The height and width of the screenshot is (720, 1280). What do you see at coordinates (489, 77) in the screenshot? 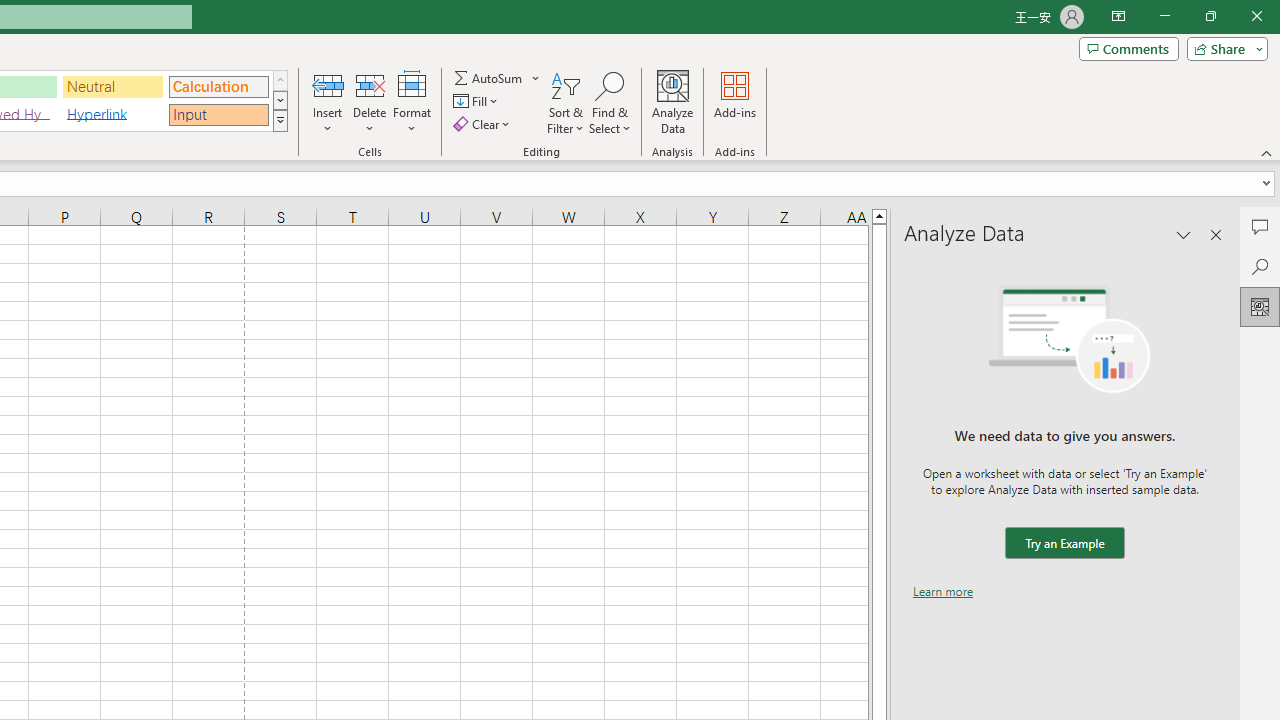
I see `'Sum'` at bounding box center [489, 77].